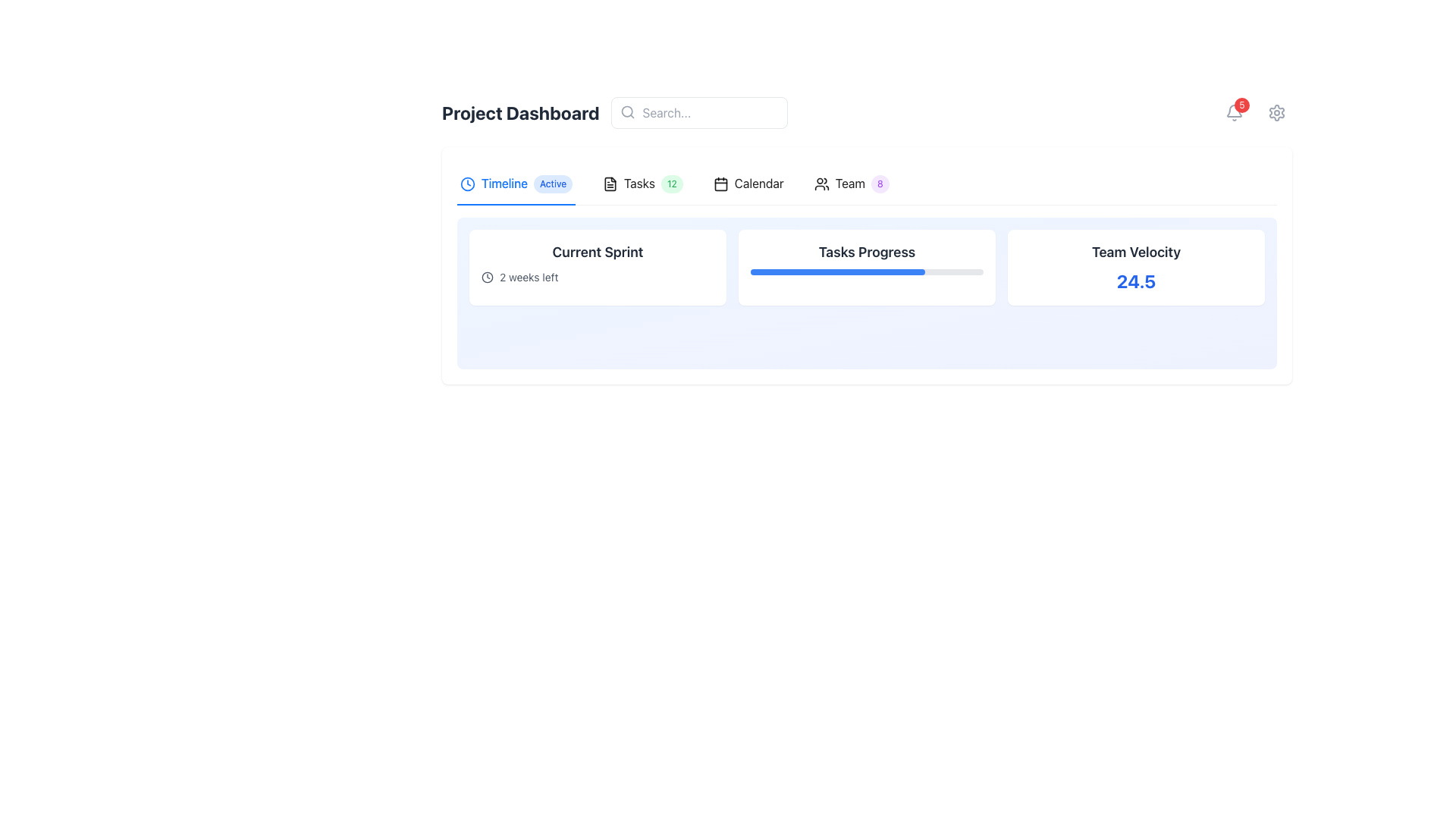 This screenshot has width=1456, height=819. I want to click on the calendar icon, which is outlined in black and features a square design with rounded corners, so click(720, 183).